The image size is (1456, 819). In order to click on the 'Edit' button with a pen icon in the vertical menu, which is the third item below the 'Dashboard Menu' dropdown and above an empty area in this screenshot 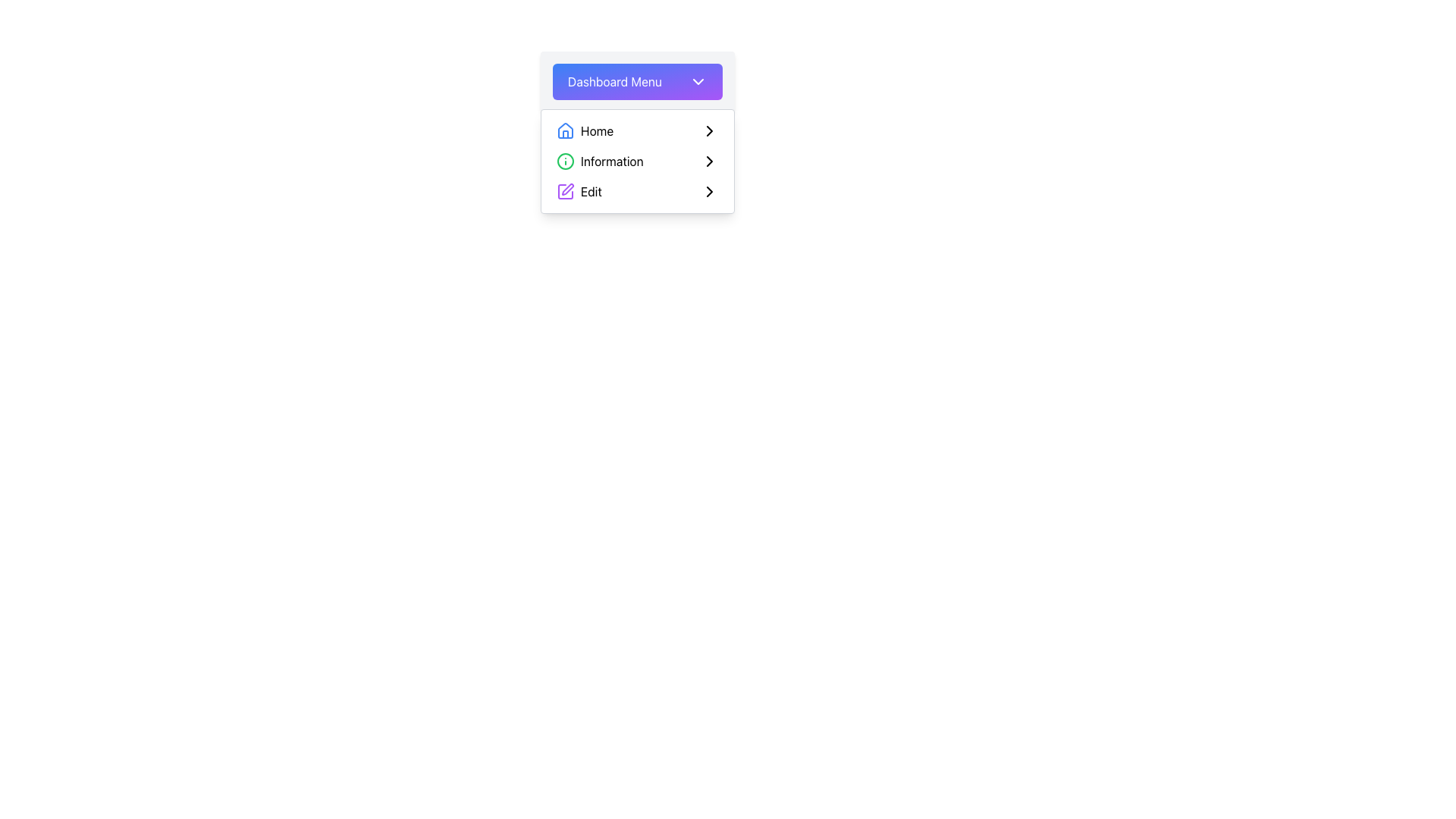, I will do `click(578, 191)`.